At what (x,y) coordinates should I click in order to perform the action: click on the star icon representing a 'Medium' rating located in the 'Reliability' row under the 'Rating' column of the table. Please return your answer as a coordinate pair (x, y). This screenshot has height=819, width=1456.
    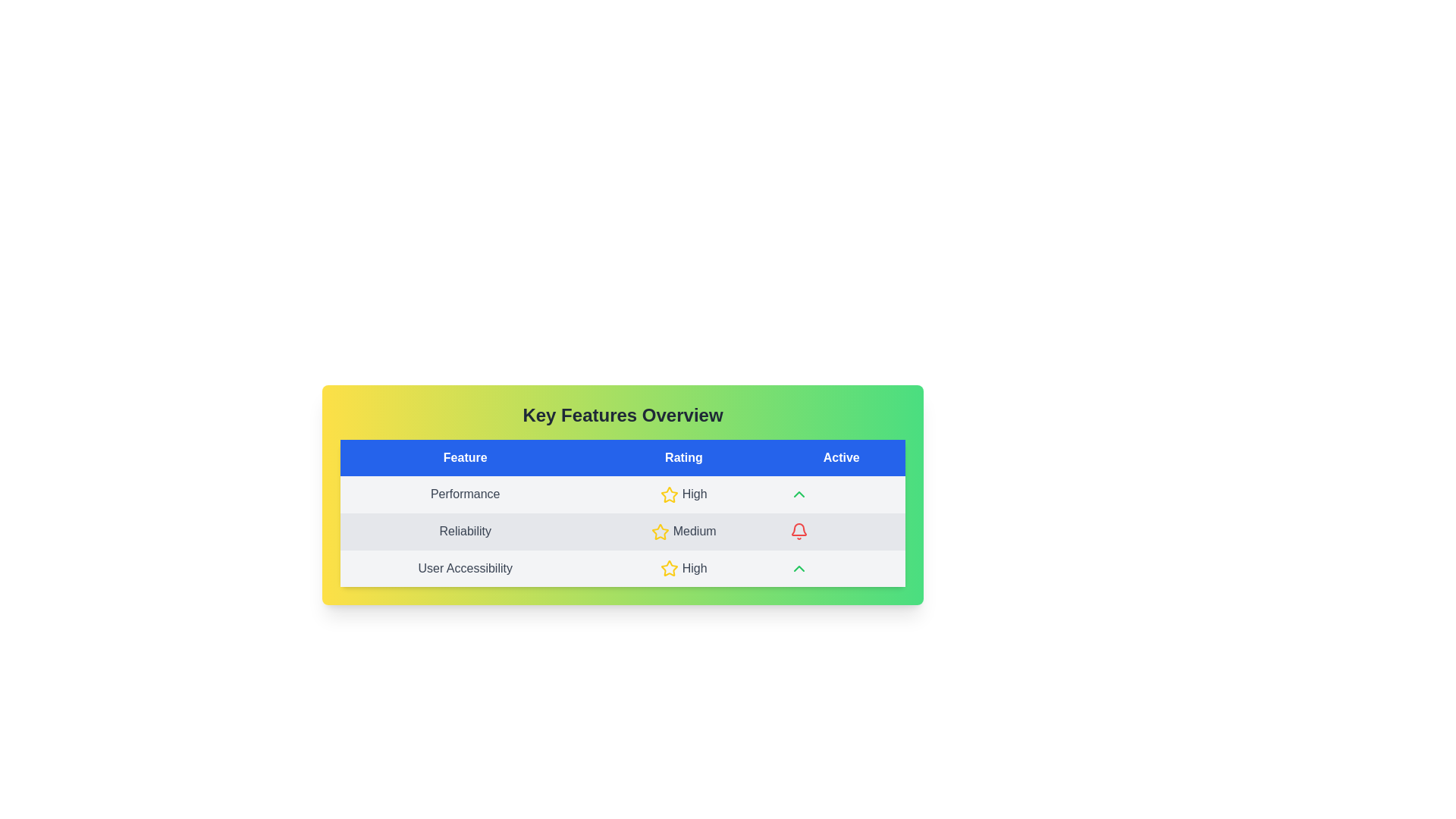
    Looking at the image, I should click on (661, 531).